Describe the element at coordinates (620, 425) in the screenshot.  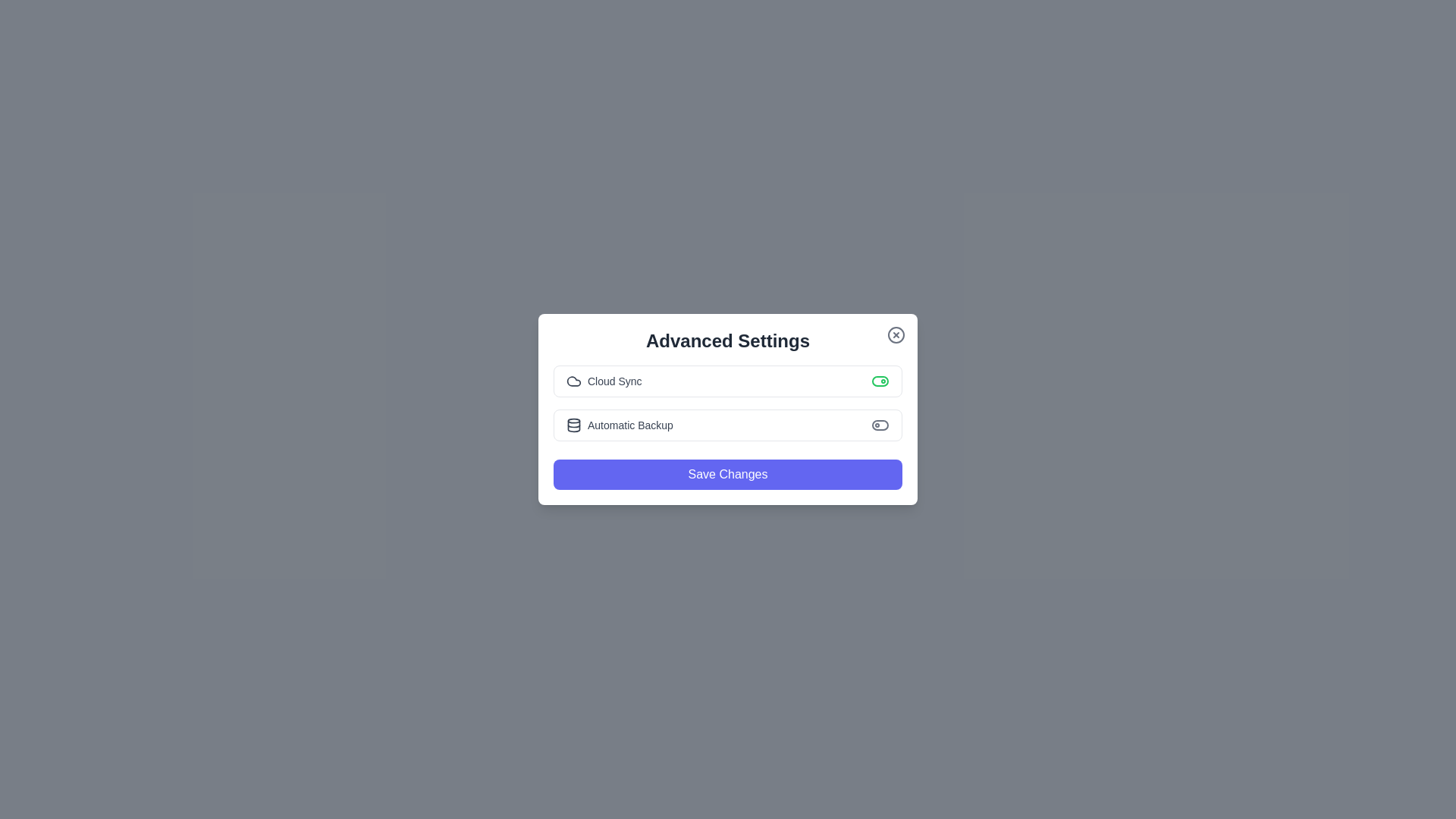
I see `the 'Automatic Backup' label with icon, which is the first label under the 'Cloud Sync' option` at that location.